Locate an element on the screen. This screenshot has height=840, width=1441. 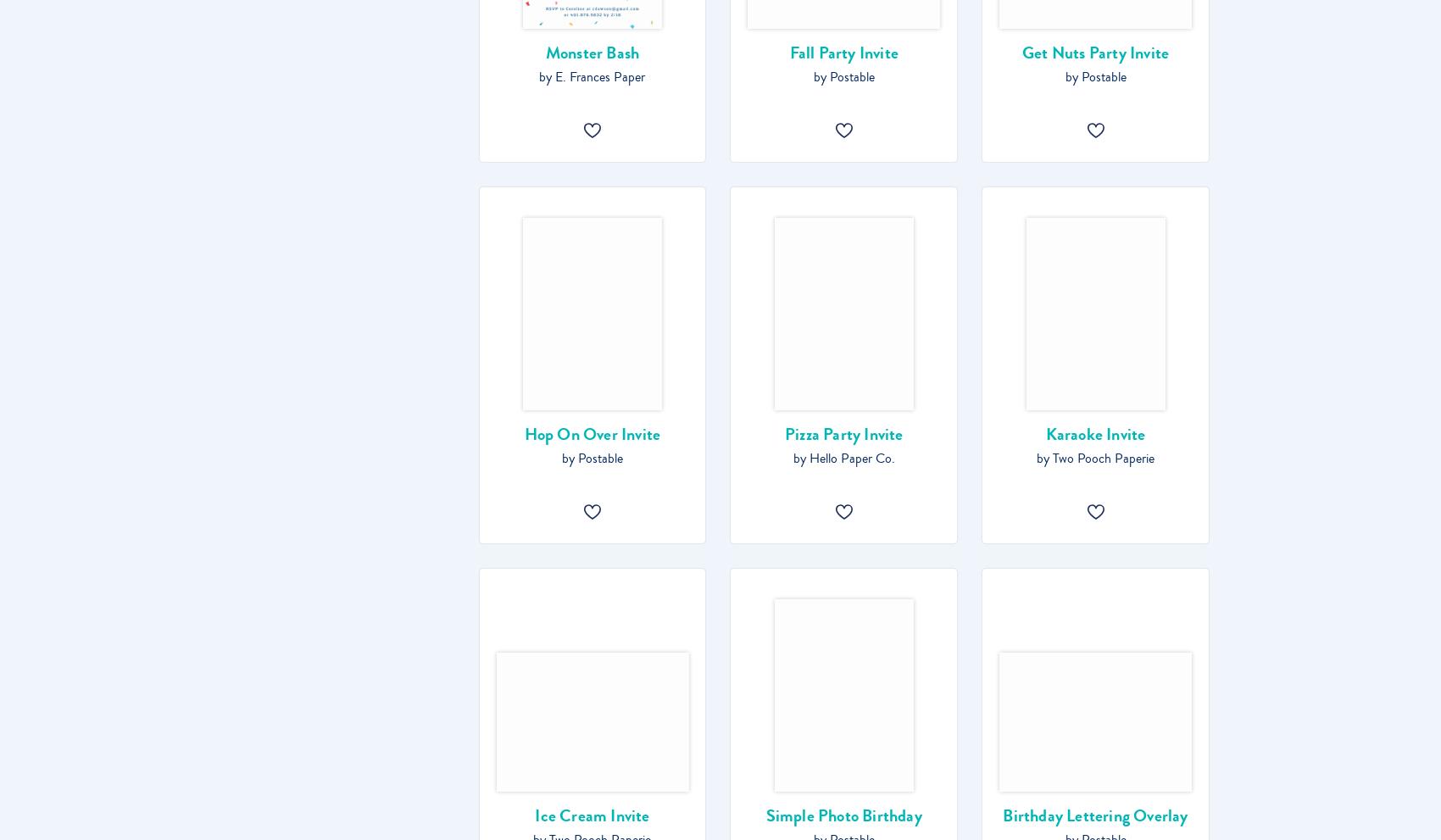
'Fall Party Invite' is located at coordinates (788, 53).